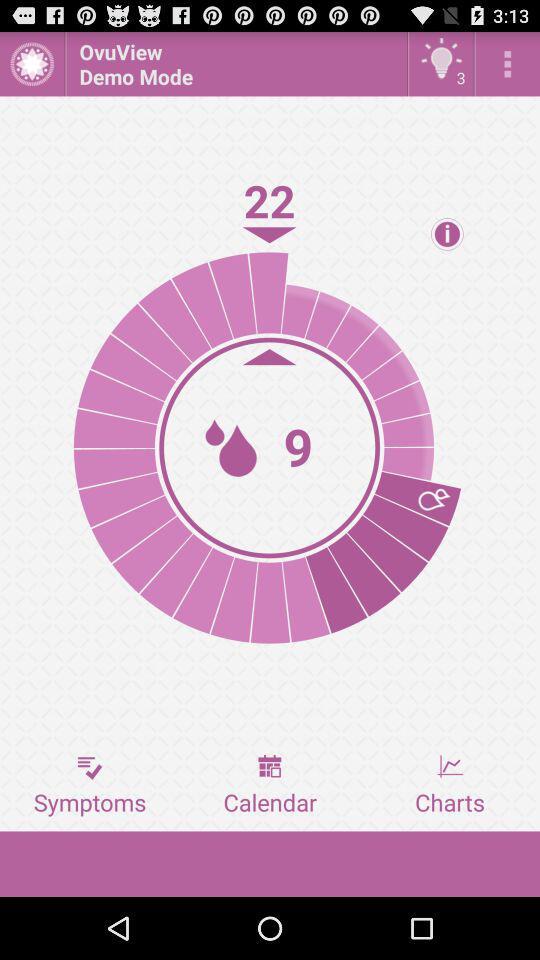 This screenshot has width=540, height=960. What do you see at coordinates (270, 785) in the screenshot?
I see `calendar button` at bounding box center [270, 785].